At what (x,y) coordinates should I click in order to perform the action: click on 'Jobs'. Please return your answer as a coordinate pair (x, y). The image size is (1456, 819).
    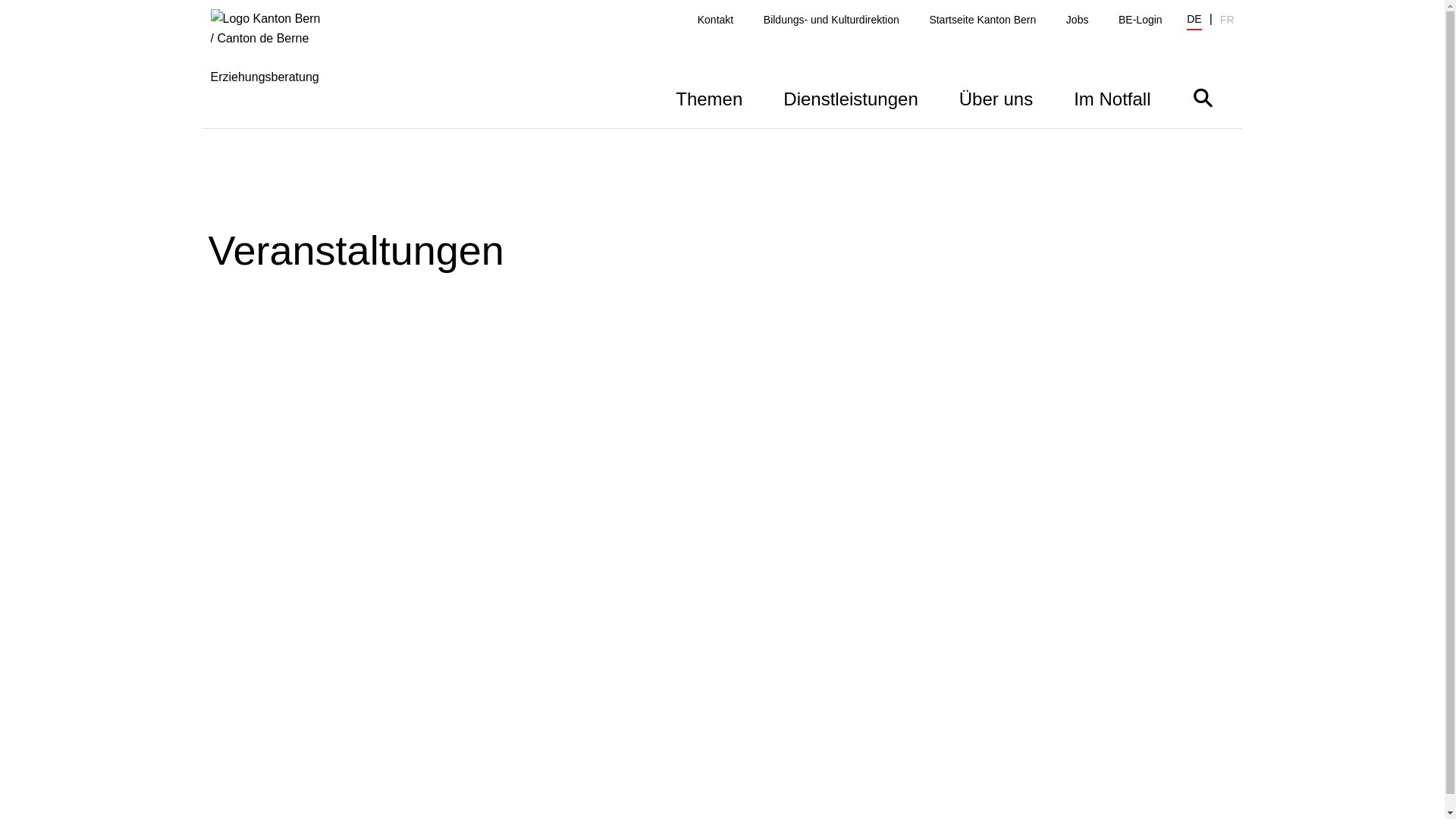
    Looking at the image, I should click on (1065, 20).